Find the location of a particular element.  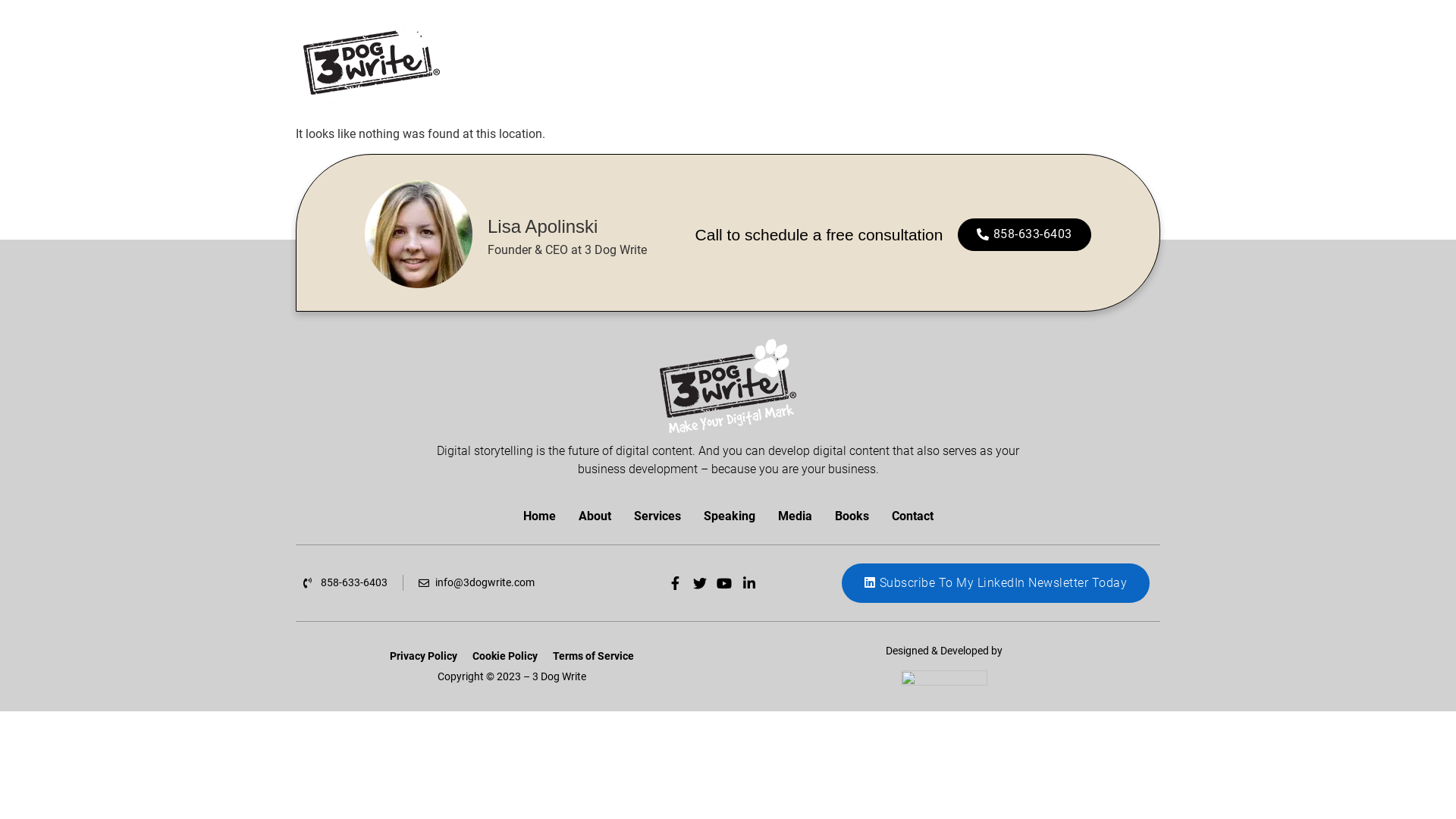

'Contact' is located at coordinates (911, 516).